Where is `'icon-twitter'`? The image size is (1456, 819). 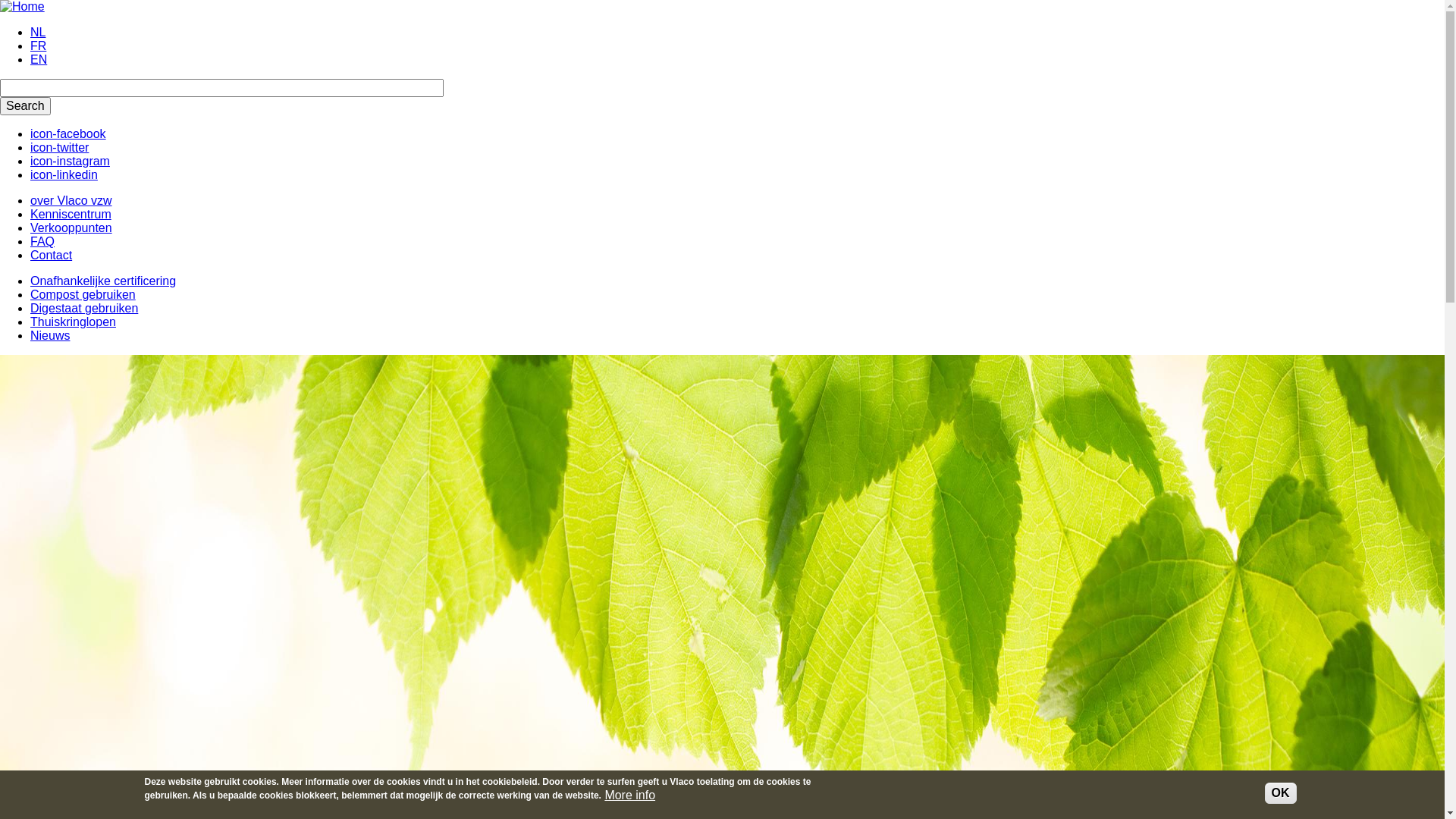
'icon-twitter' is located at coordinates (59, 147).